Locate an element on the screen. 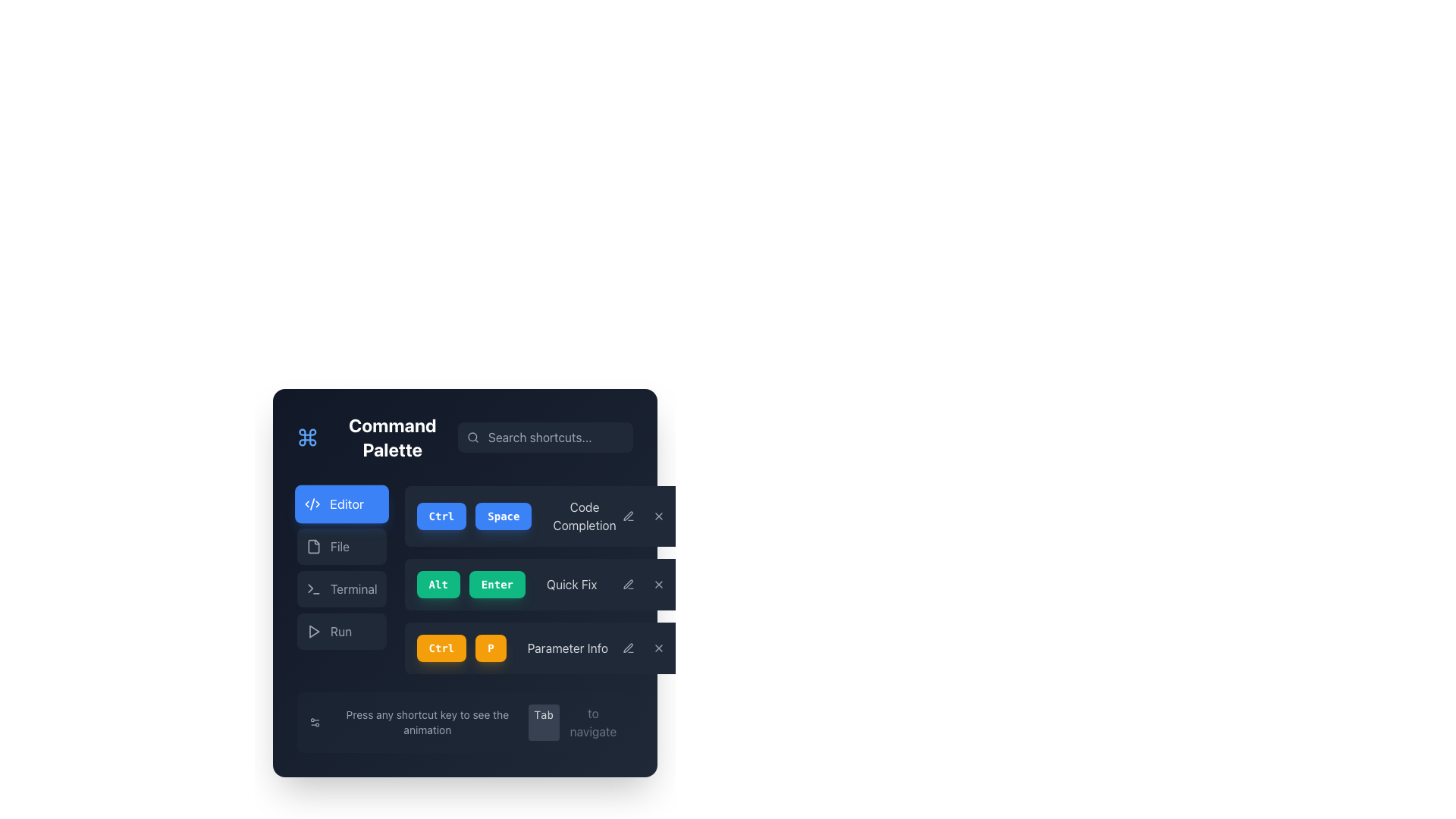 The width and height of the screenshot is (1456, 819). the small gear icon, which is light gray and located within a dark rectangular area under the text 'Press any shortcut key to see the animation' is located at coordinates (314, 721).